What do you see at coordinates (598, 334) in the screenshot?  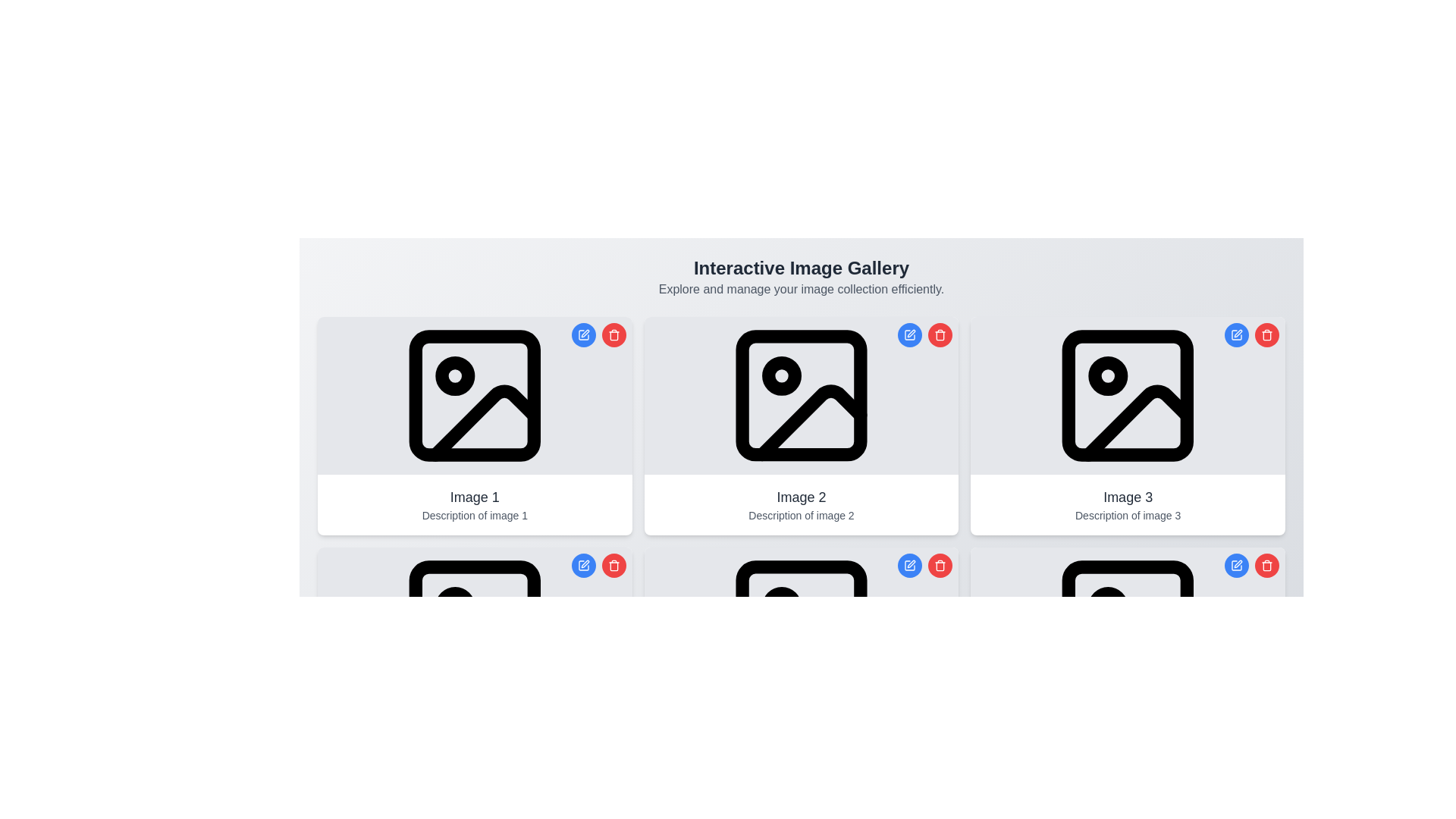 I see `the blue circular button with a pen icon located in the top-right corner of the first image card` at bounding box center [598, 334].